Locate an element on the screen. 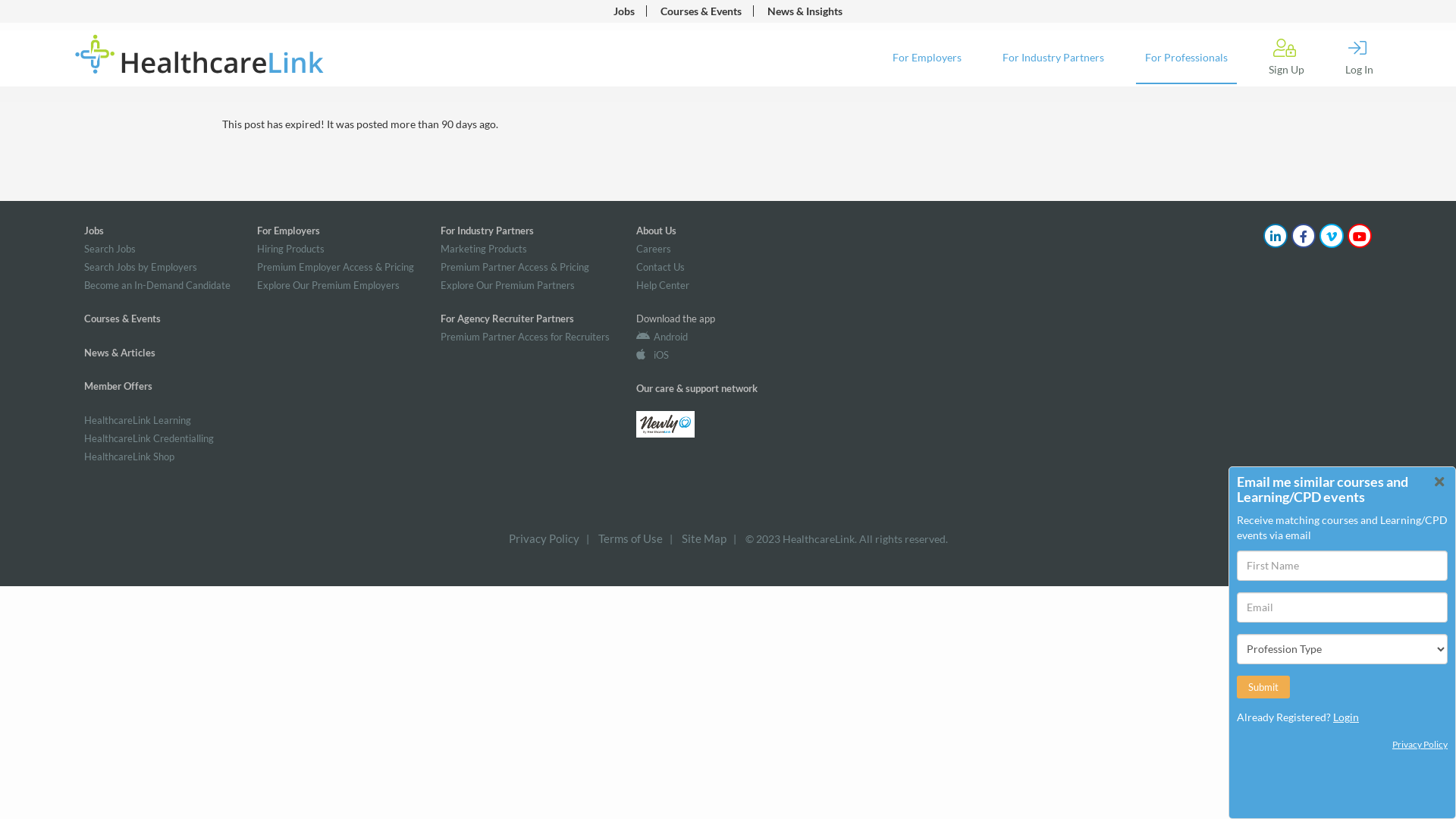 This screenshot has height=819, width=1456. 'For Industry Partners' is located at coordinates (439, 231).